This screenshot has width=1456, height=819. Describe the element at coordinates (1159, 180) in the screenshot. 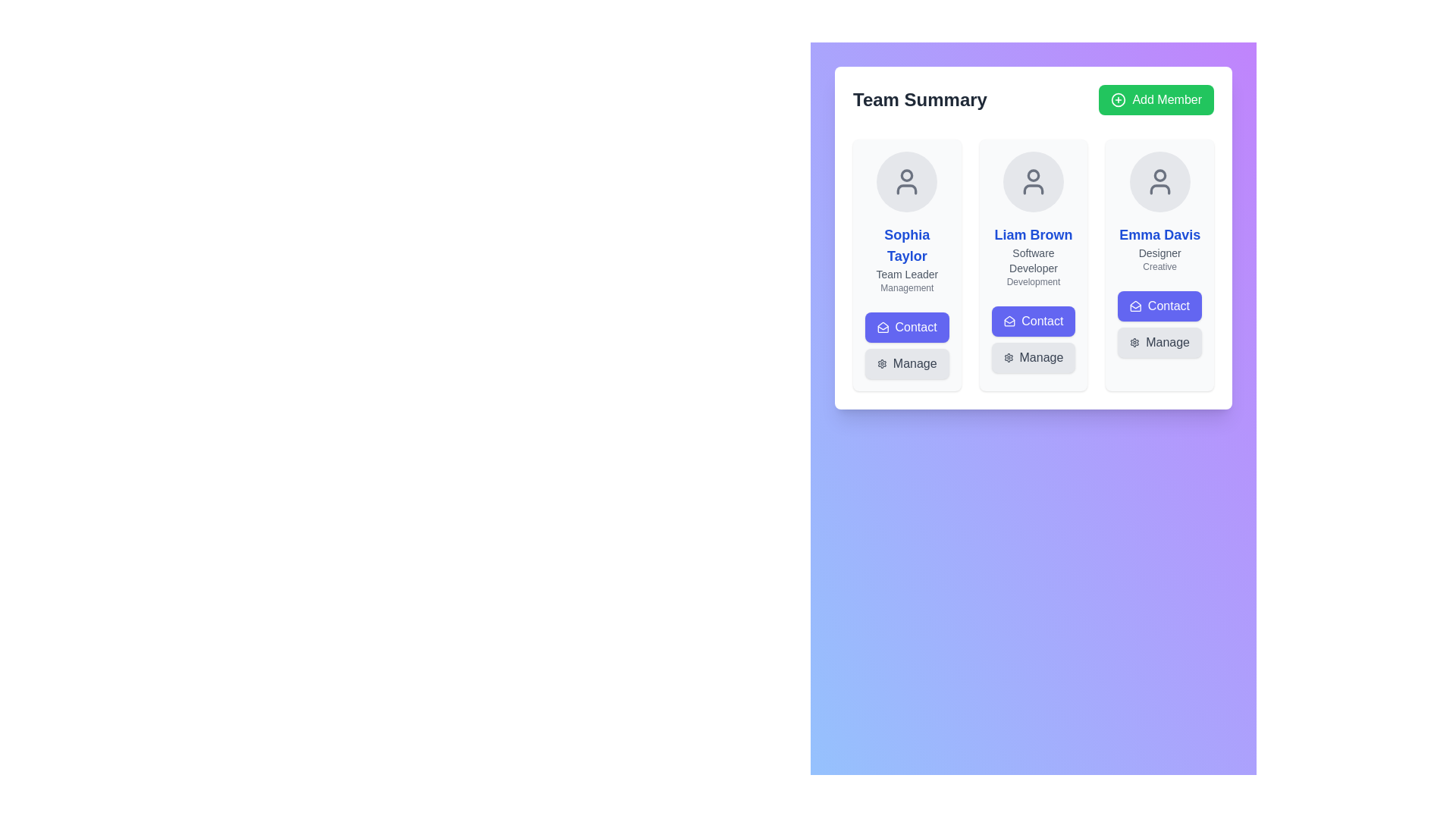

I see `the user profile icon for 'Emma Davis', which is an SVG icon depicting a user profile silhouette located in the third card from the left in a grid of team member profiles` at that location.